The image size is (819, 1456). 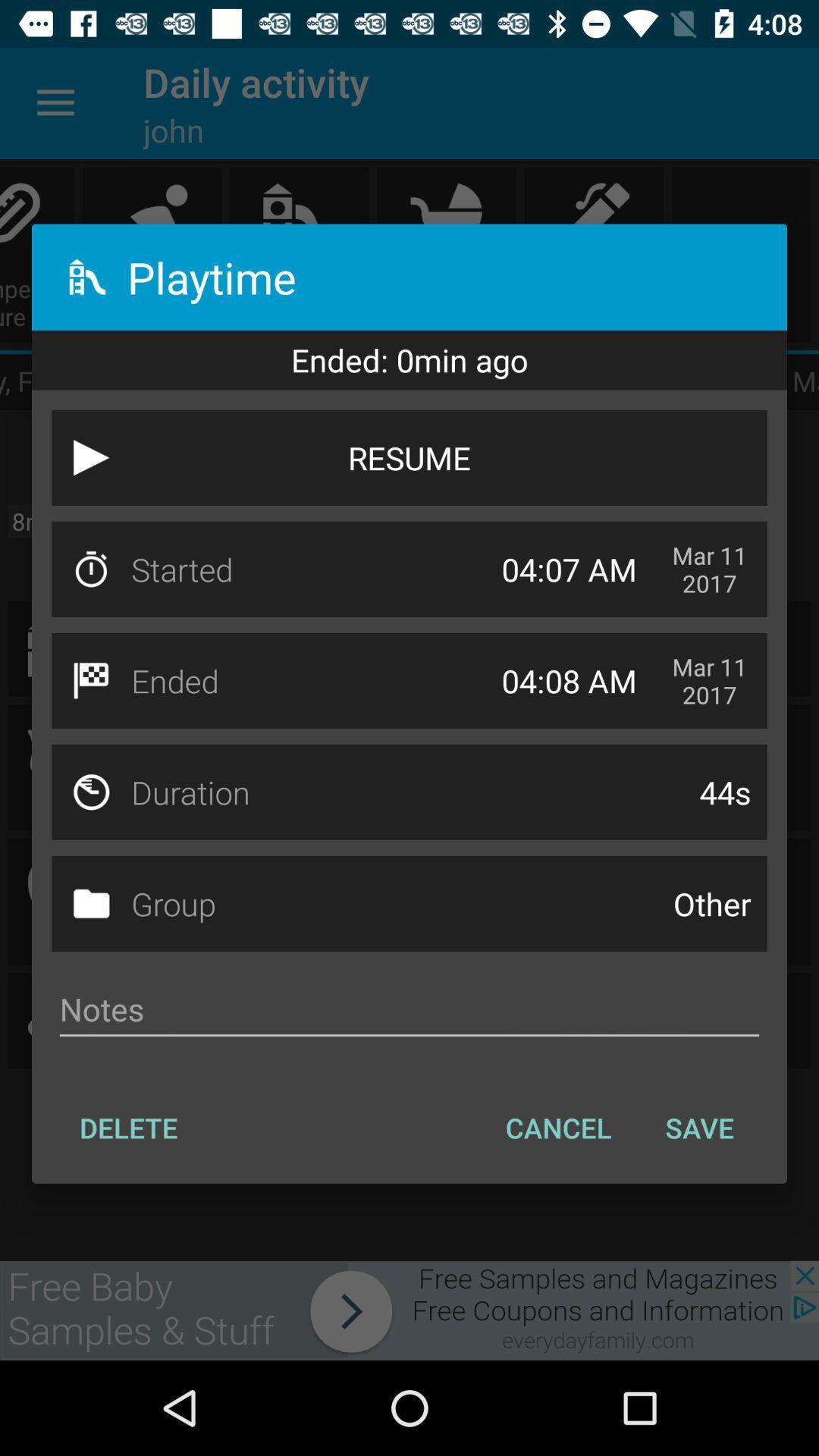 What do you see at coordinates (127, 1128) in the screenshot?
I see `the delete item` at bounding box center [127, 1128].